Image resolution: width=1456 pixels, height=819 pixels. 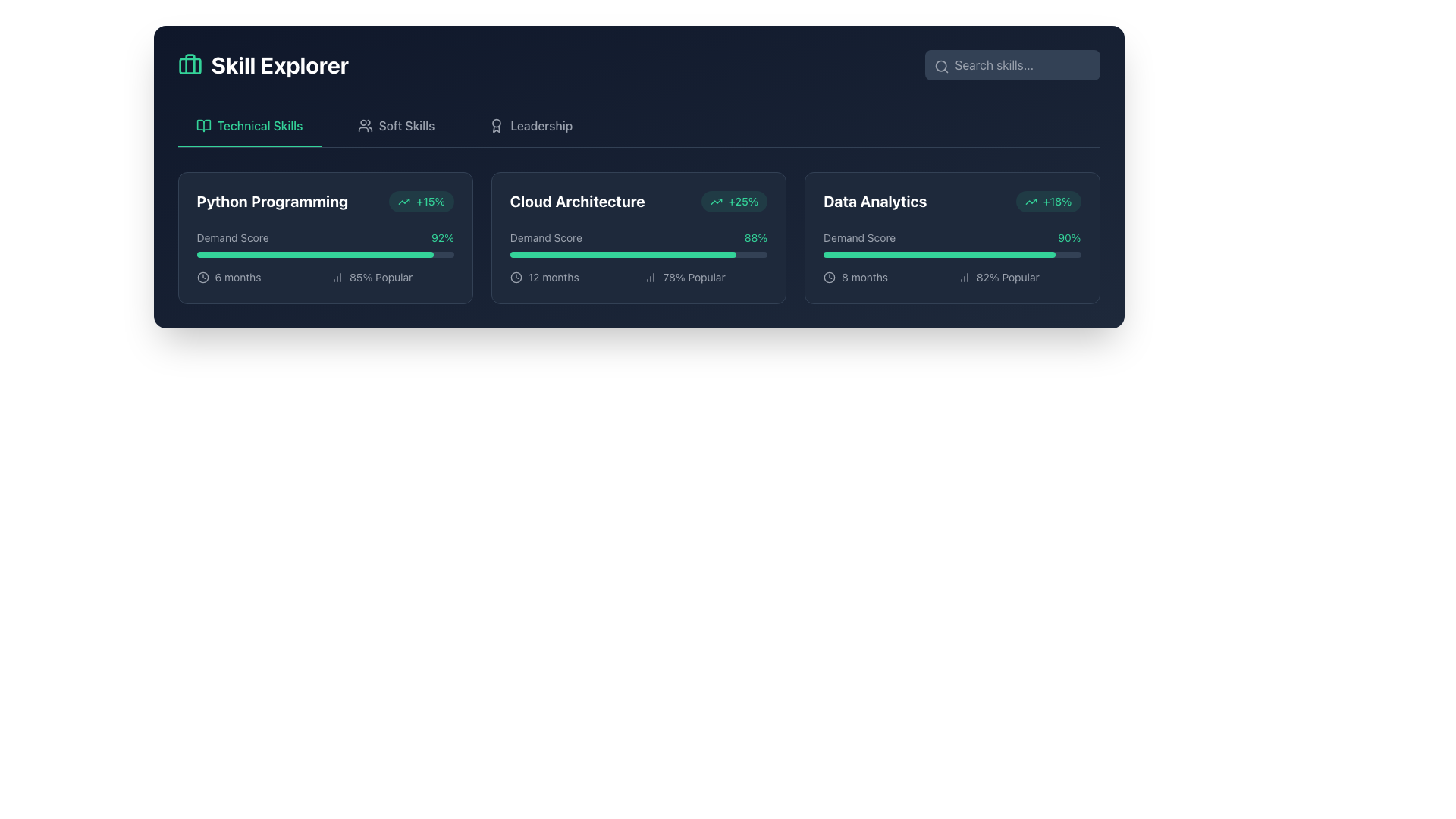 What do you see at coordinates (1012, 64) in the screenshot?
I see `the search input field located` at bounding box center [1012, 64].